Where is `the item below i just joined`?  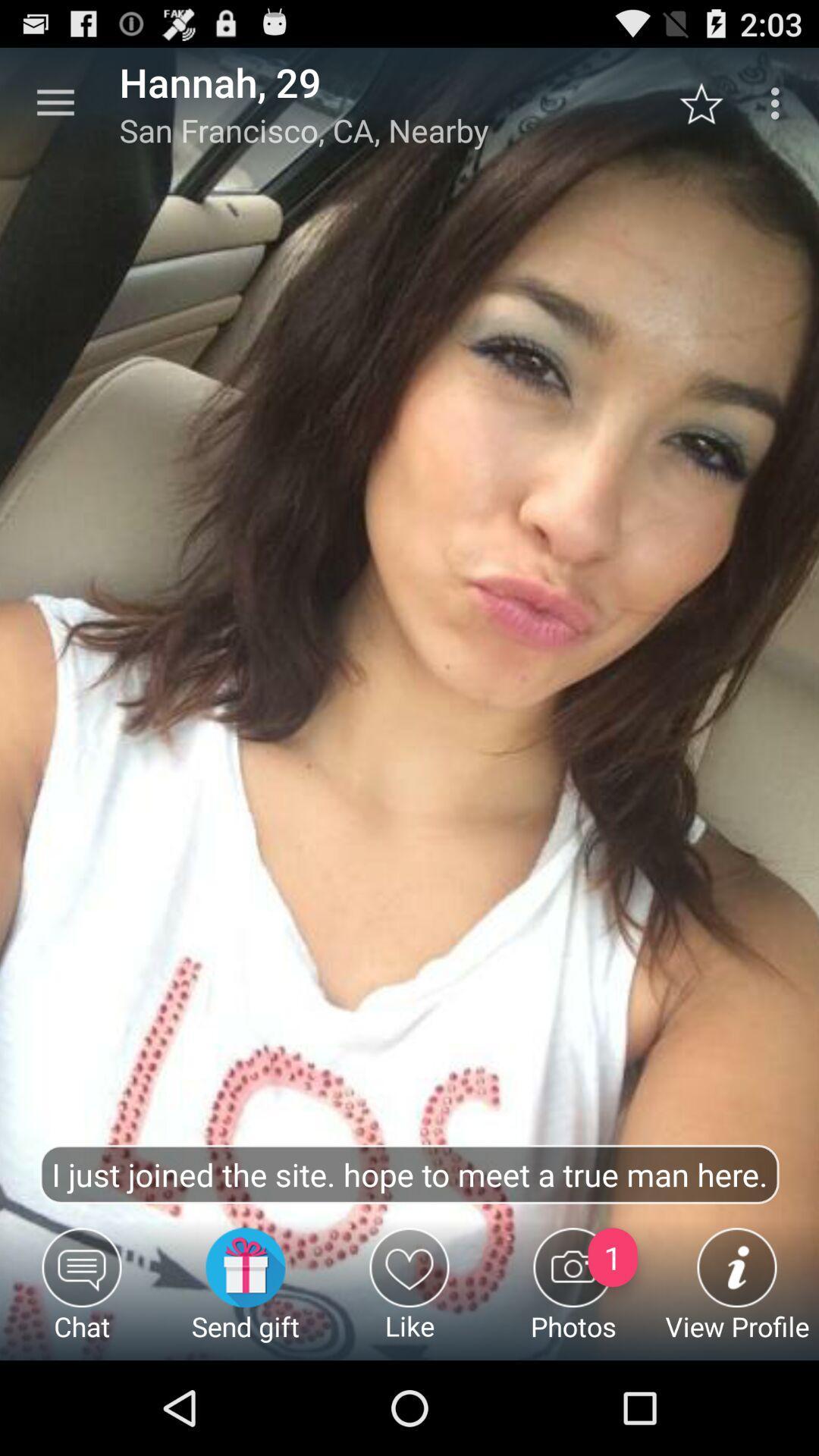
the item below i just joined is located at coordinates (573, 1293).